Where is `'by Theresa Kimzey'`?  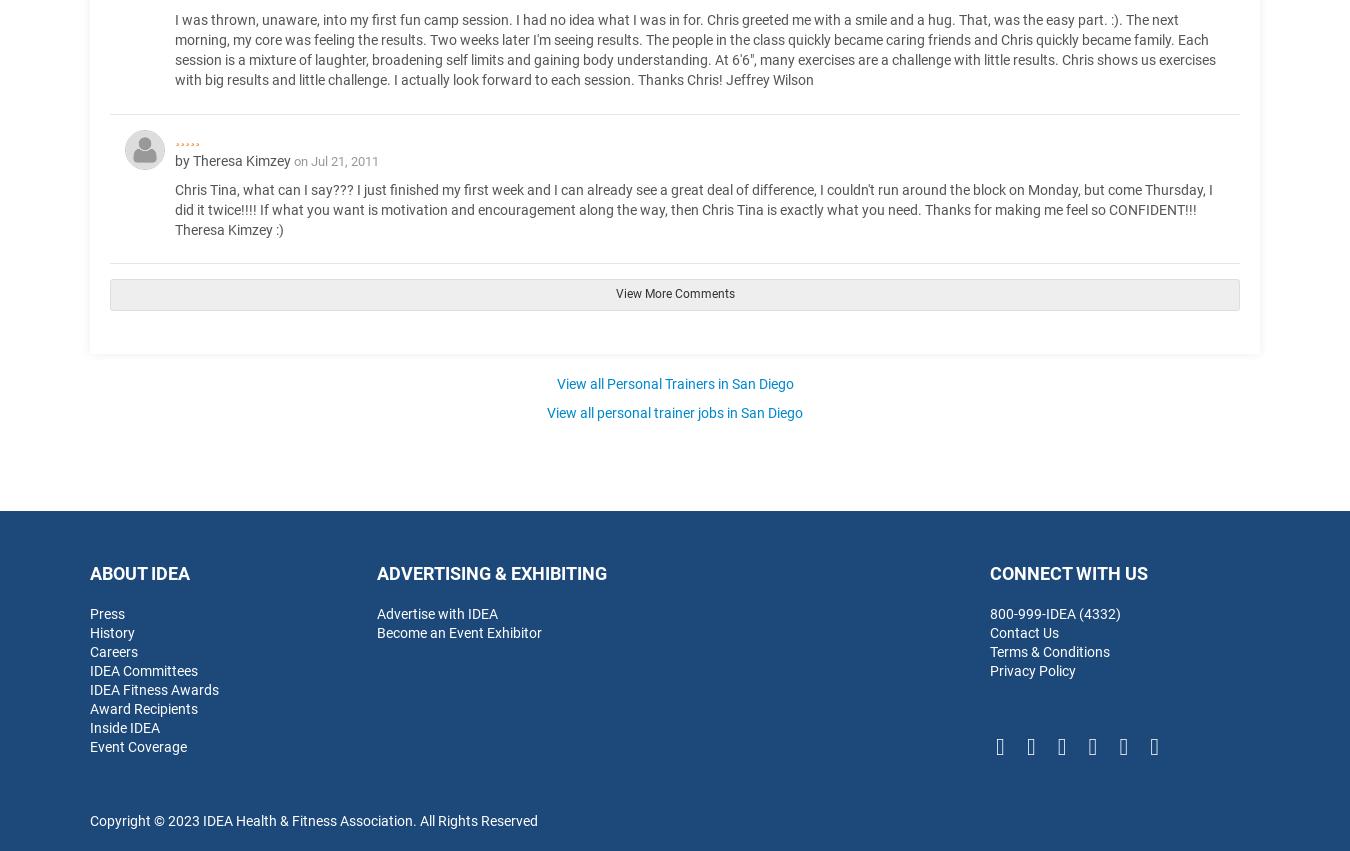
'by Theresa Kimzey' is located at coordinates (233, 160).